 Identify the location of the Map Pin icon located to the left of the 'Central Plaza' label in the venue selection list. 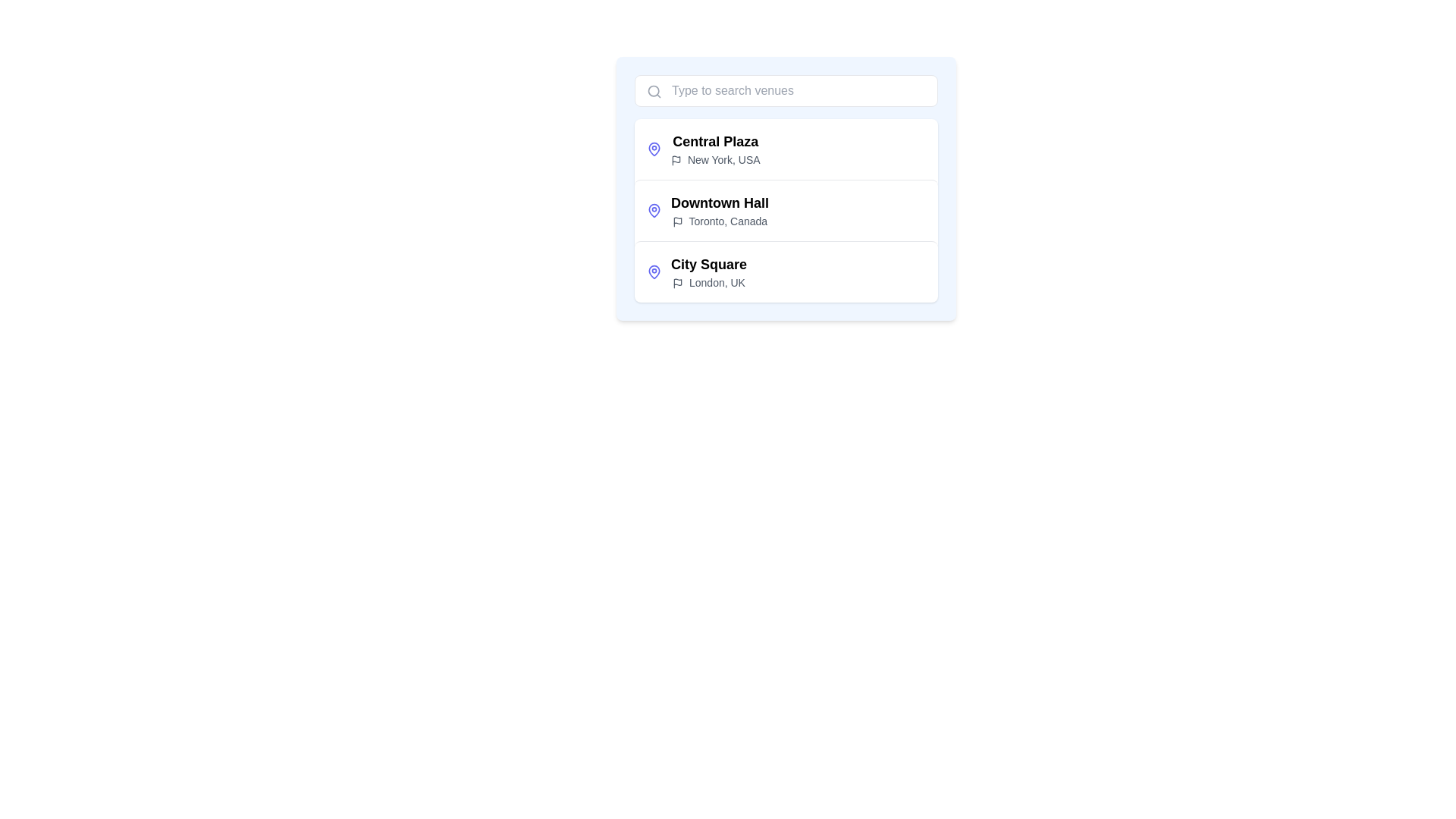
(654, 149).